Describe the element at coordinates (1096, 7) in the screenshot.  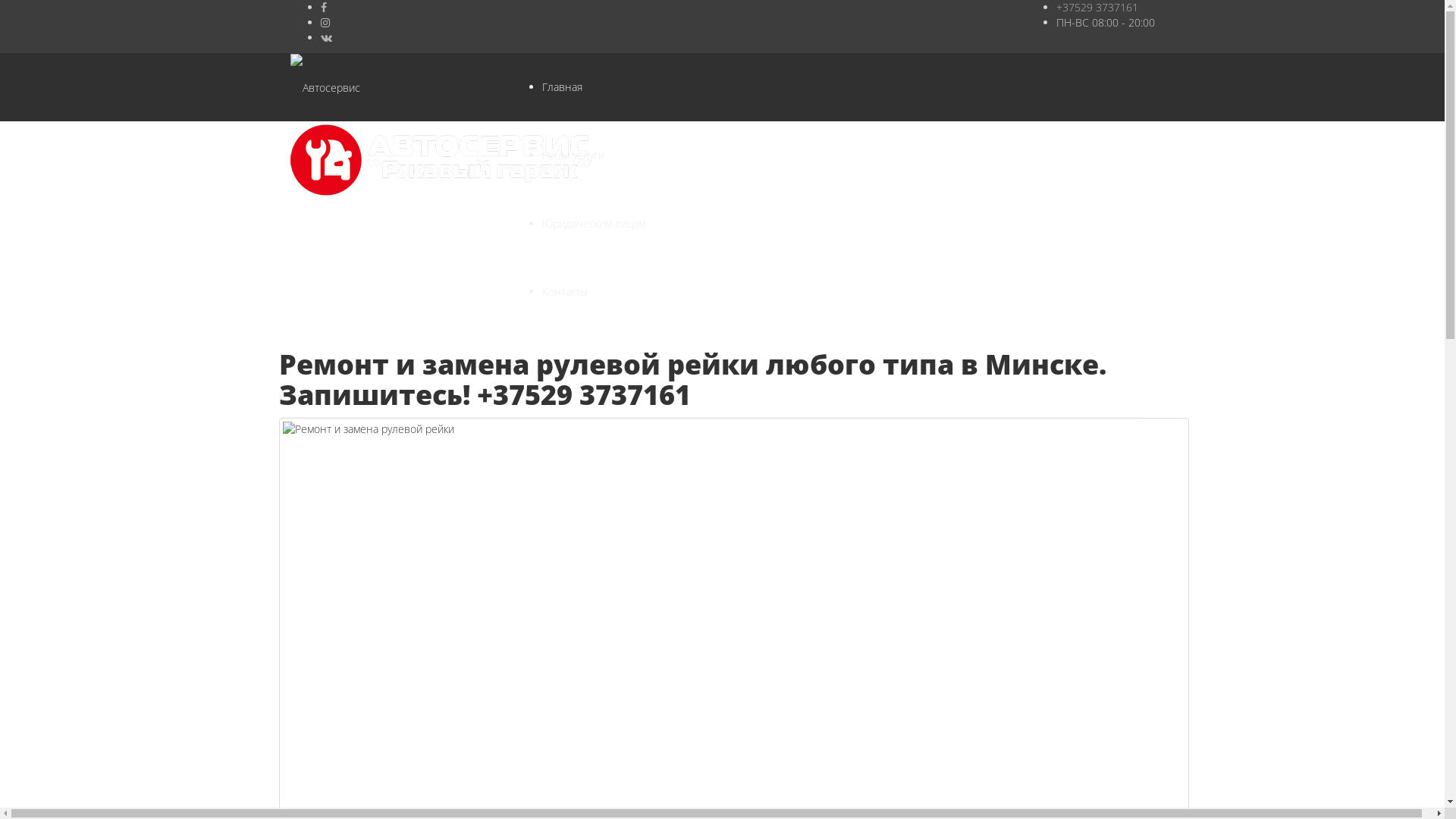
I see `'+37529 3737161'` at that location.